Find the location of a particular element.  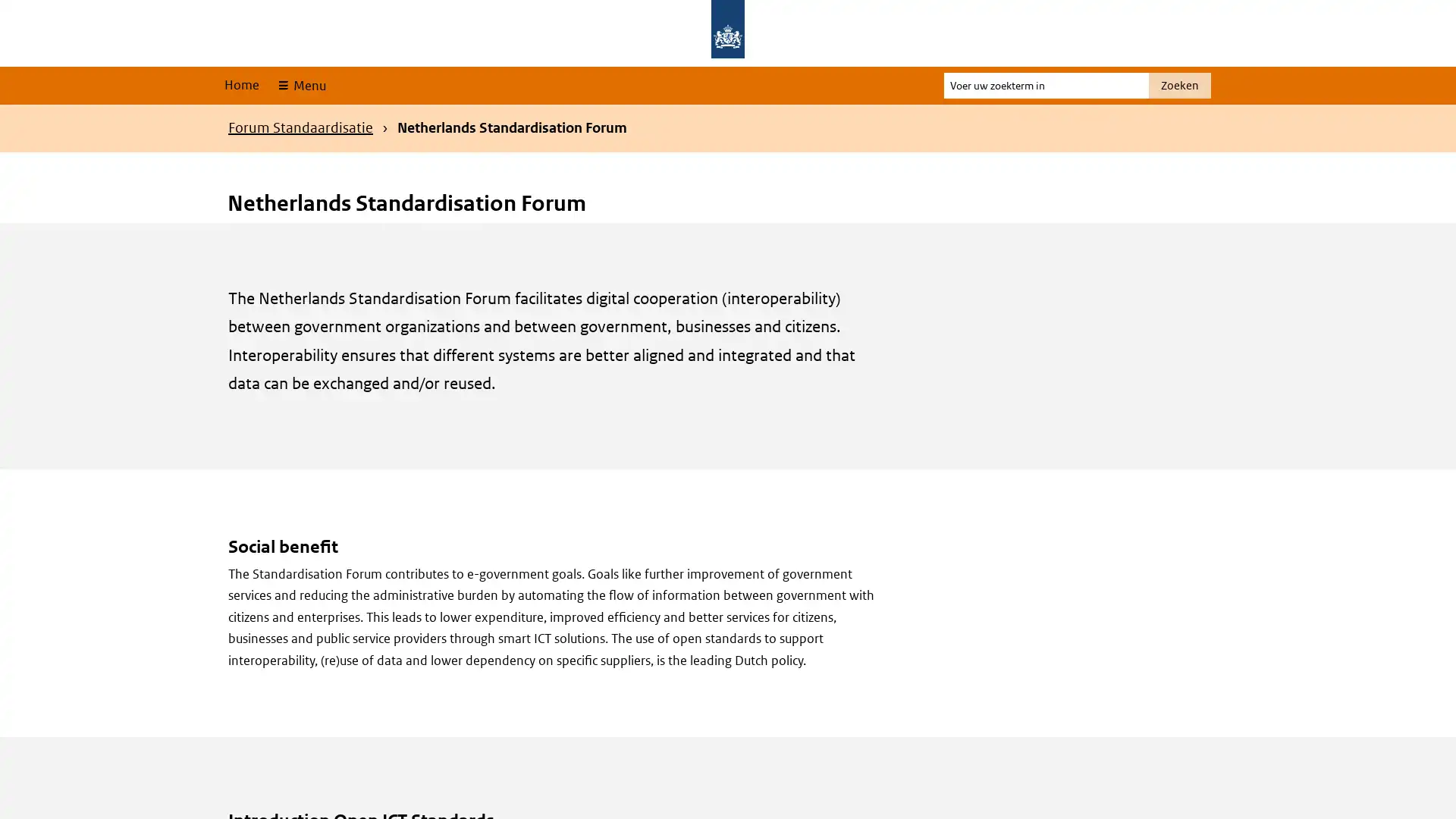

Toggle main menu navigation is located at coordinates (300, 85).